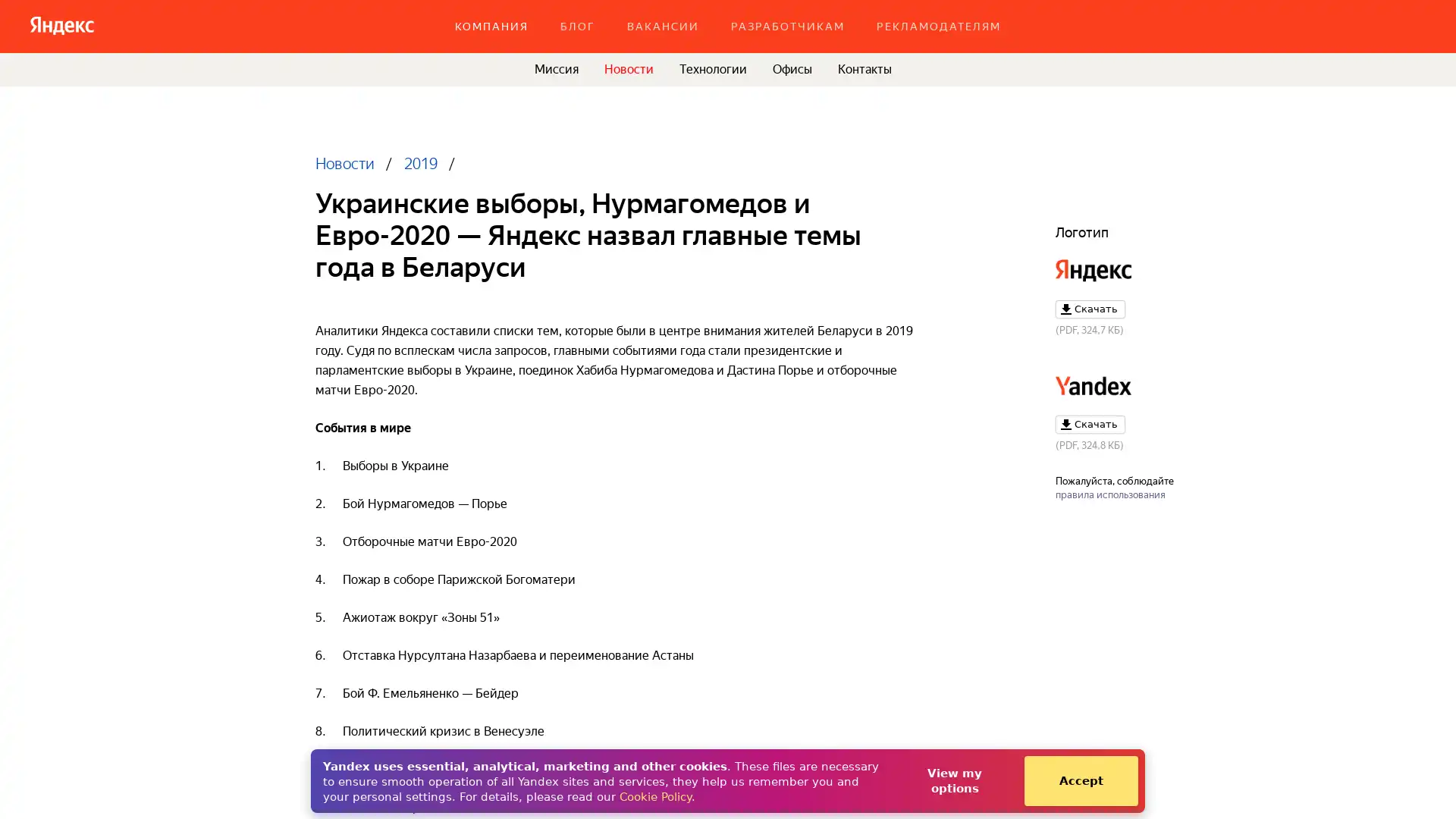 This screenshot has width=1456, height=819. I want to click on View my options, so click(953, 780).